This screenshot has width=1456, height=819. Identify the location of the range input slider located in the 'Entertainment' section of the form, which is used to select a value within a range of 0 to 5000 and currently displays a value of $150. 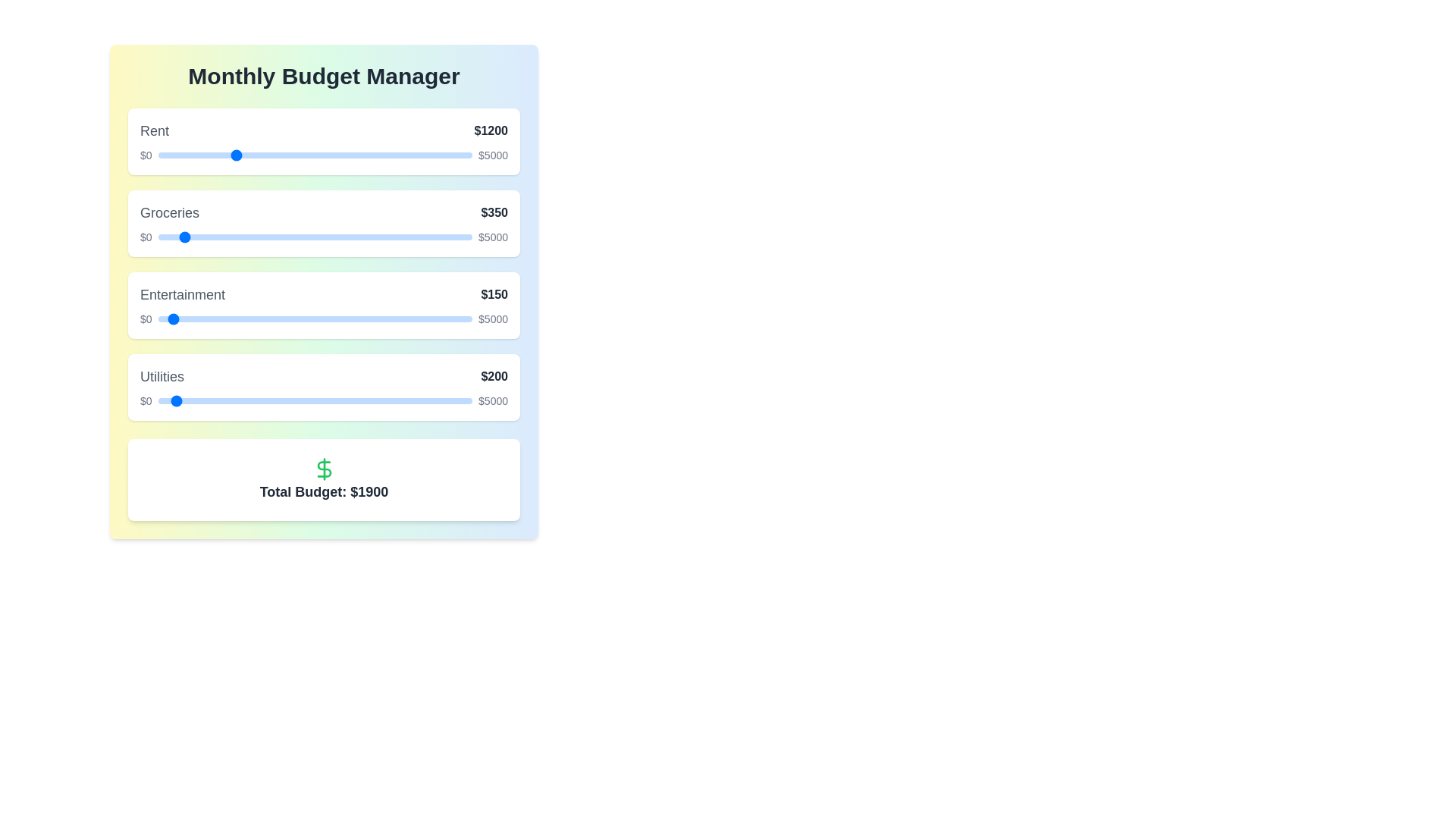
(314, 318).